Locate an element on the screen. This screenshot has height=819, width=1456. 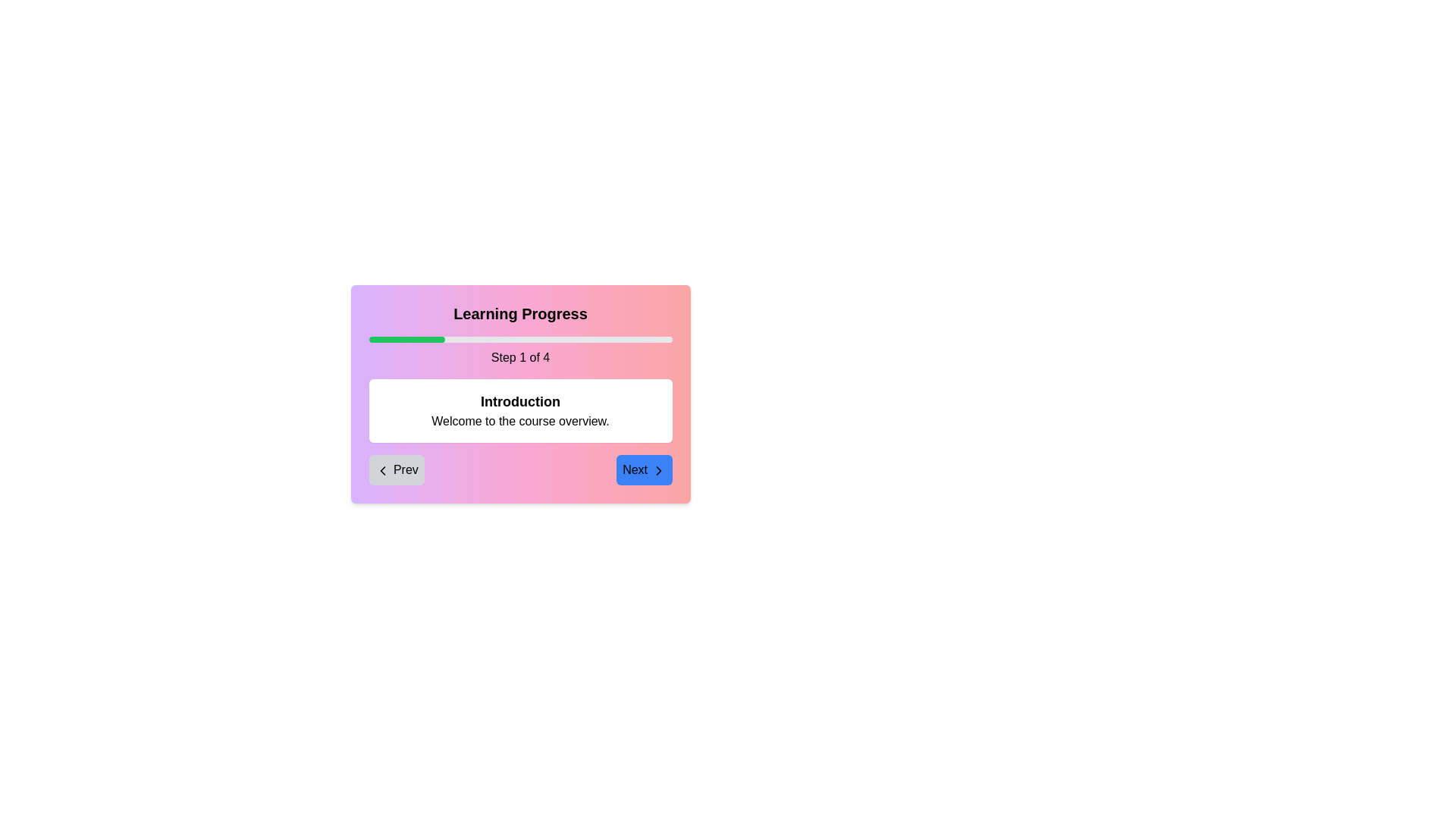
the Left-chevron icon inside the 'Prev' button located at the bottom-left corner of the card interface is located at coordinates (382, 469).